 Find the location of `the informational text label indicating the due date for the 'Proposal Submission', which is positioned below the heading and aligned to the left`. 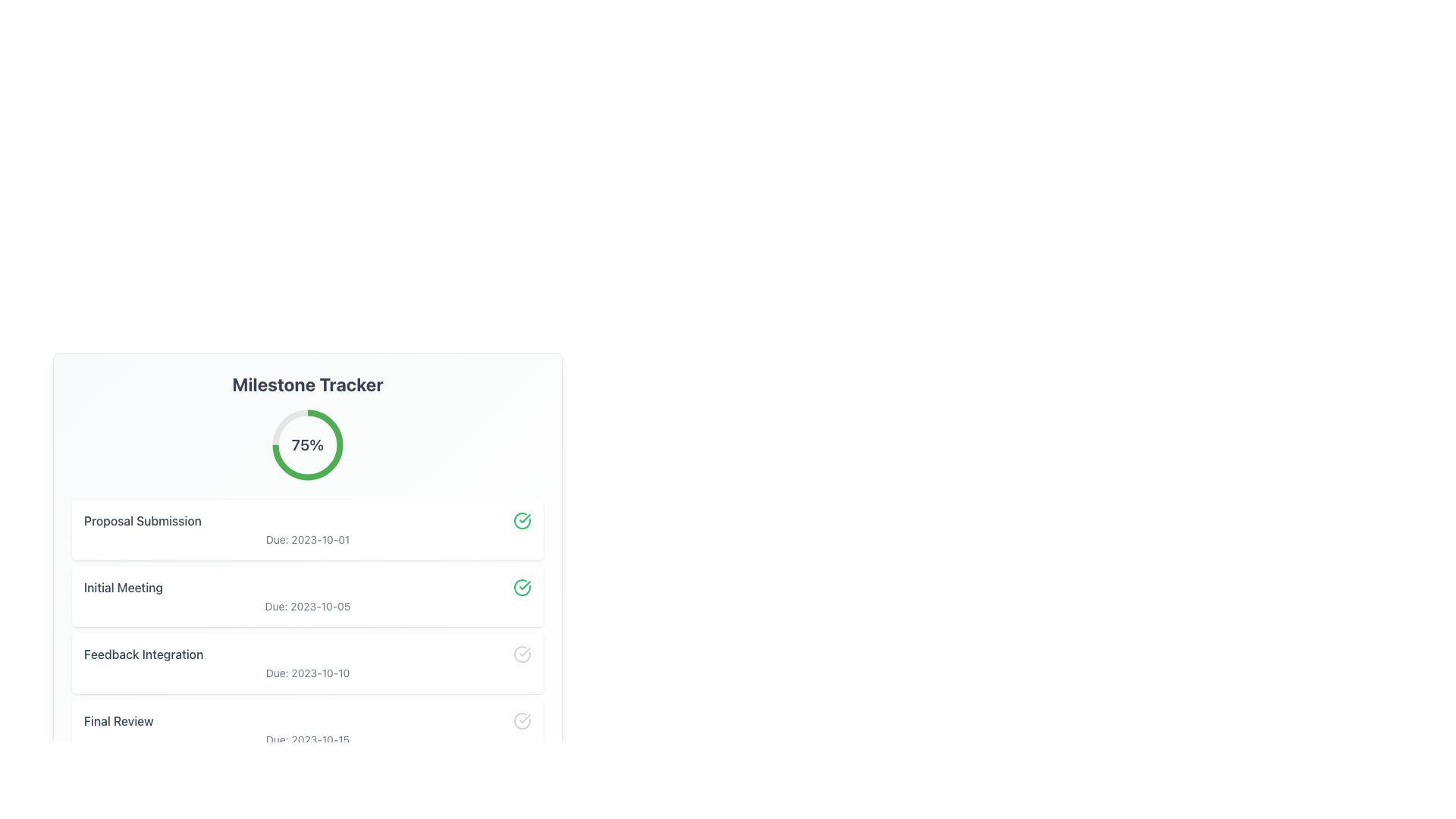

the informational text label indicating the due date for the 'Proposal Submission', which is positioned below the heading and aligned to the left is located at coordinates (307, 538).